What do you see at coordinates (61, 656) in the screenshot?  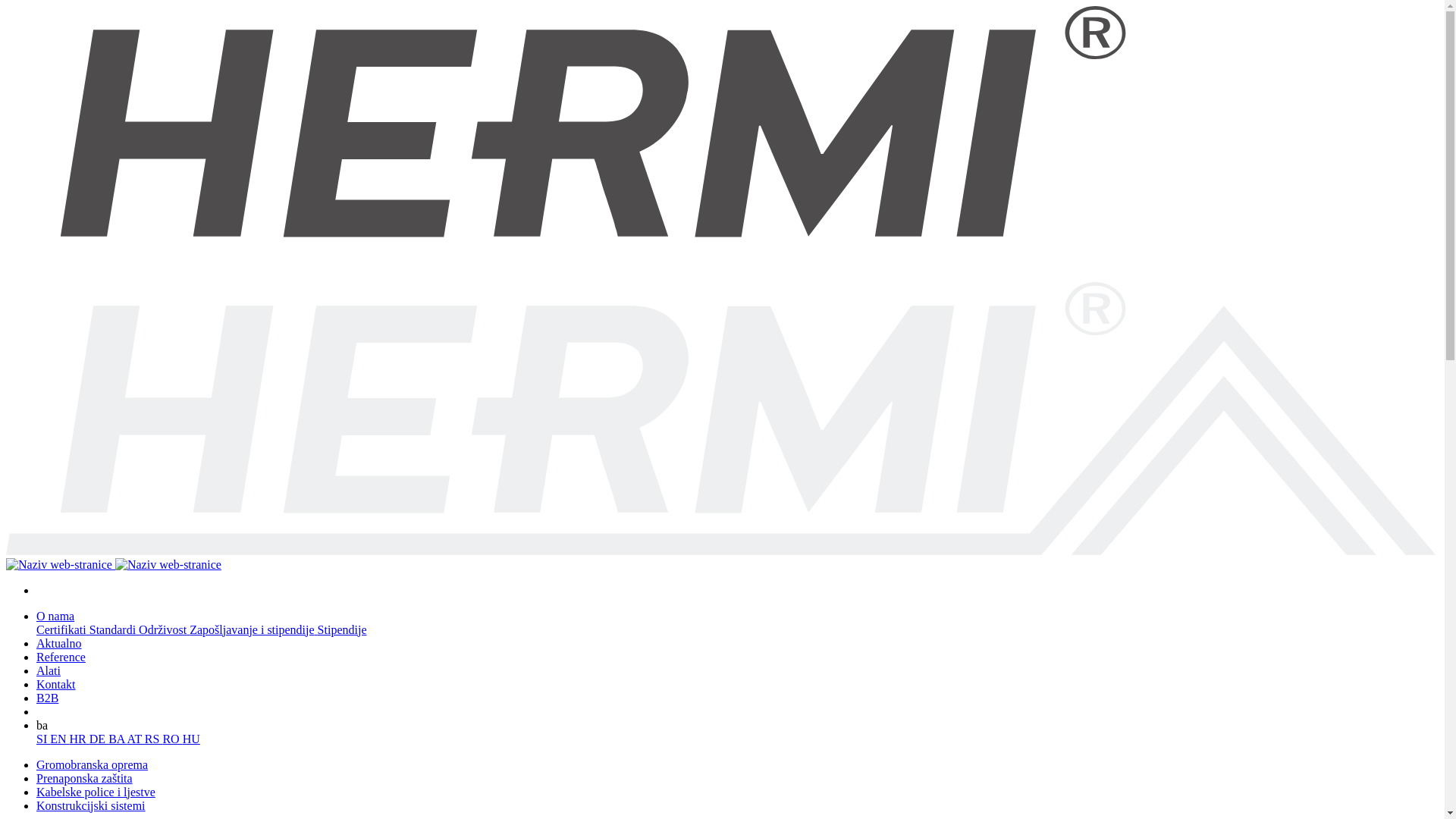 I see `'Reference'` at bounding box center [61, 656].